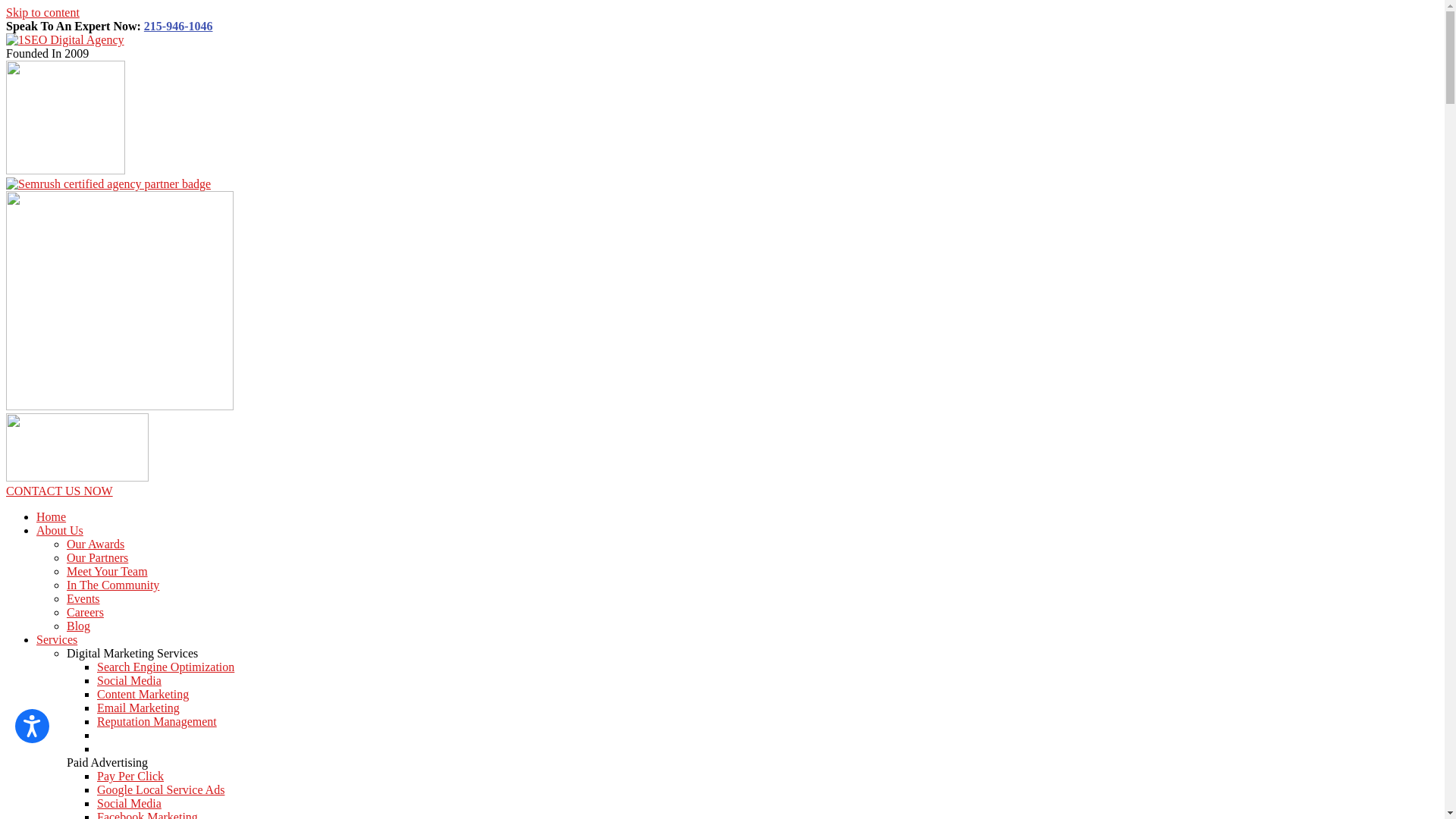  I want to click on 'Services', so click(57, 639).